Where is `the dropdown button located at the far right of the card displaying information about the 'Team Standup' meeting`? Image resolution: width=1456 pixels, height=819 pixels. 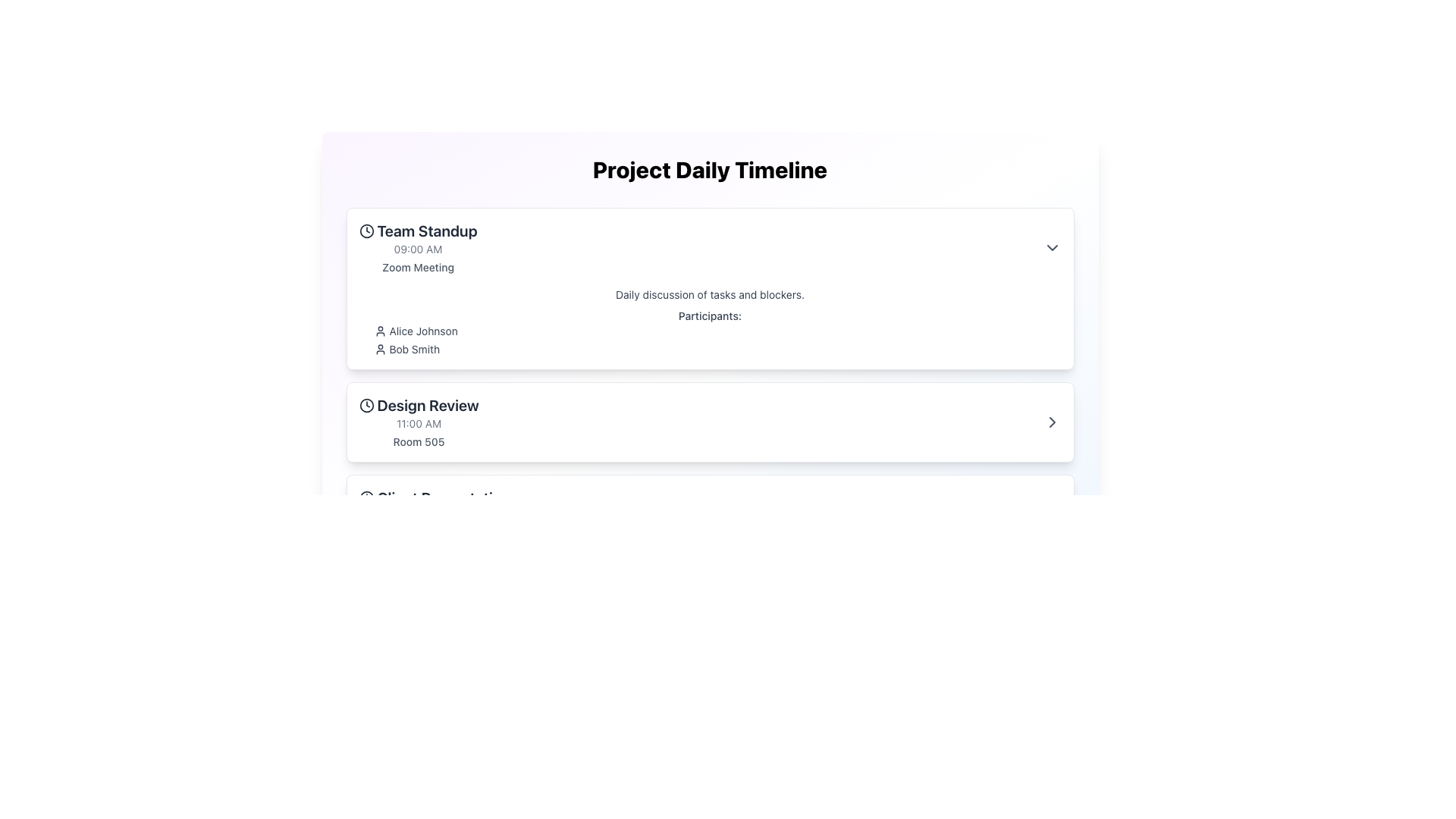
the dropdown button located at the far right of the card displaying information about the 'Team Standup' meeting is located at coordinates (1051, 247).